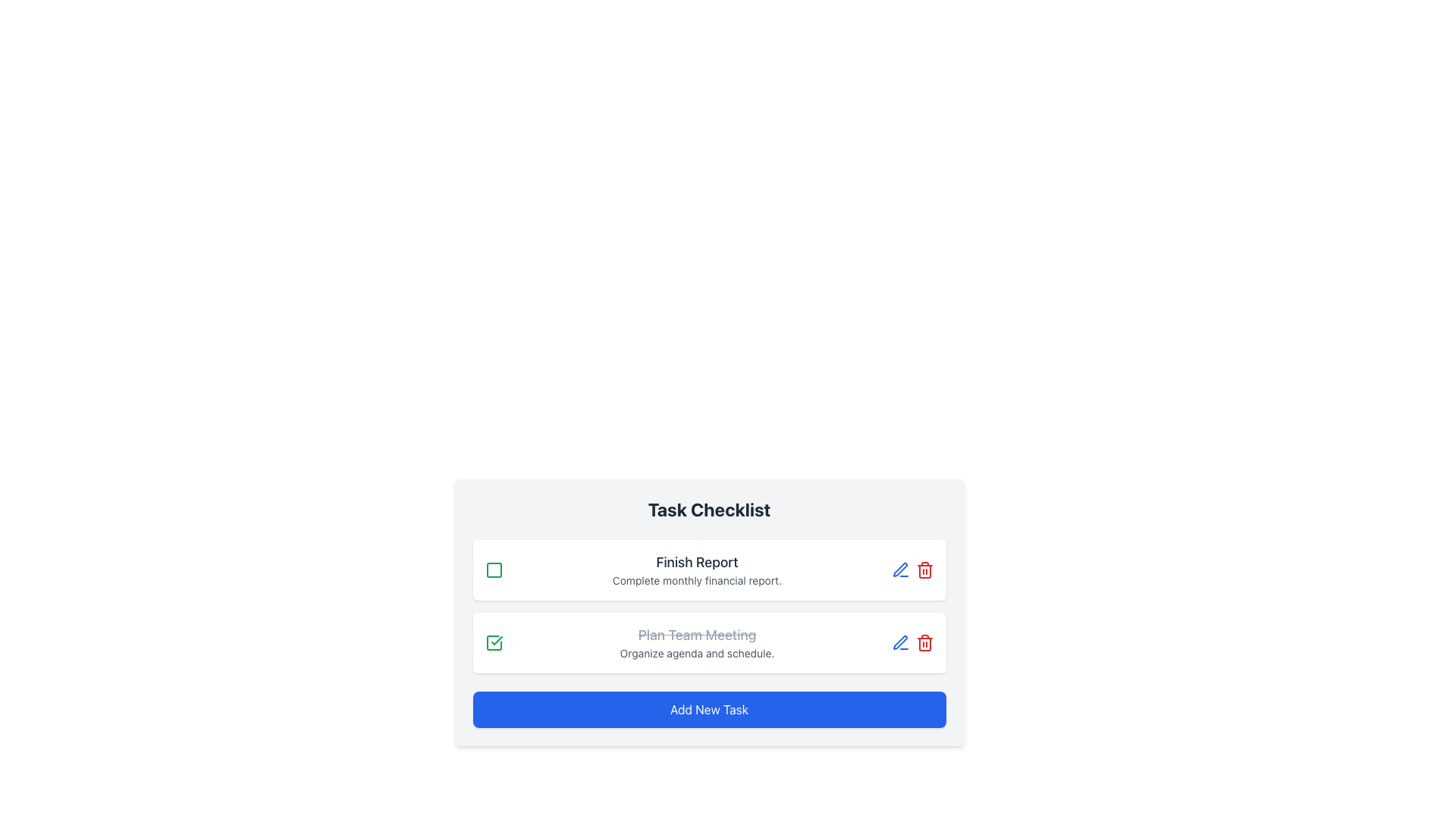 This screenshot has height=819, width=1456. I want to click on the text label displaying 'Complete monthly financial report.' which is located below the 'Finish Report' title in the task checklist interface, so click(696, 580).